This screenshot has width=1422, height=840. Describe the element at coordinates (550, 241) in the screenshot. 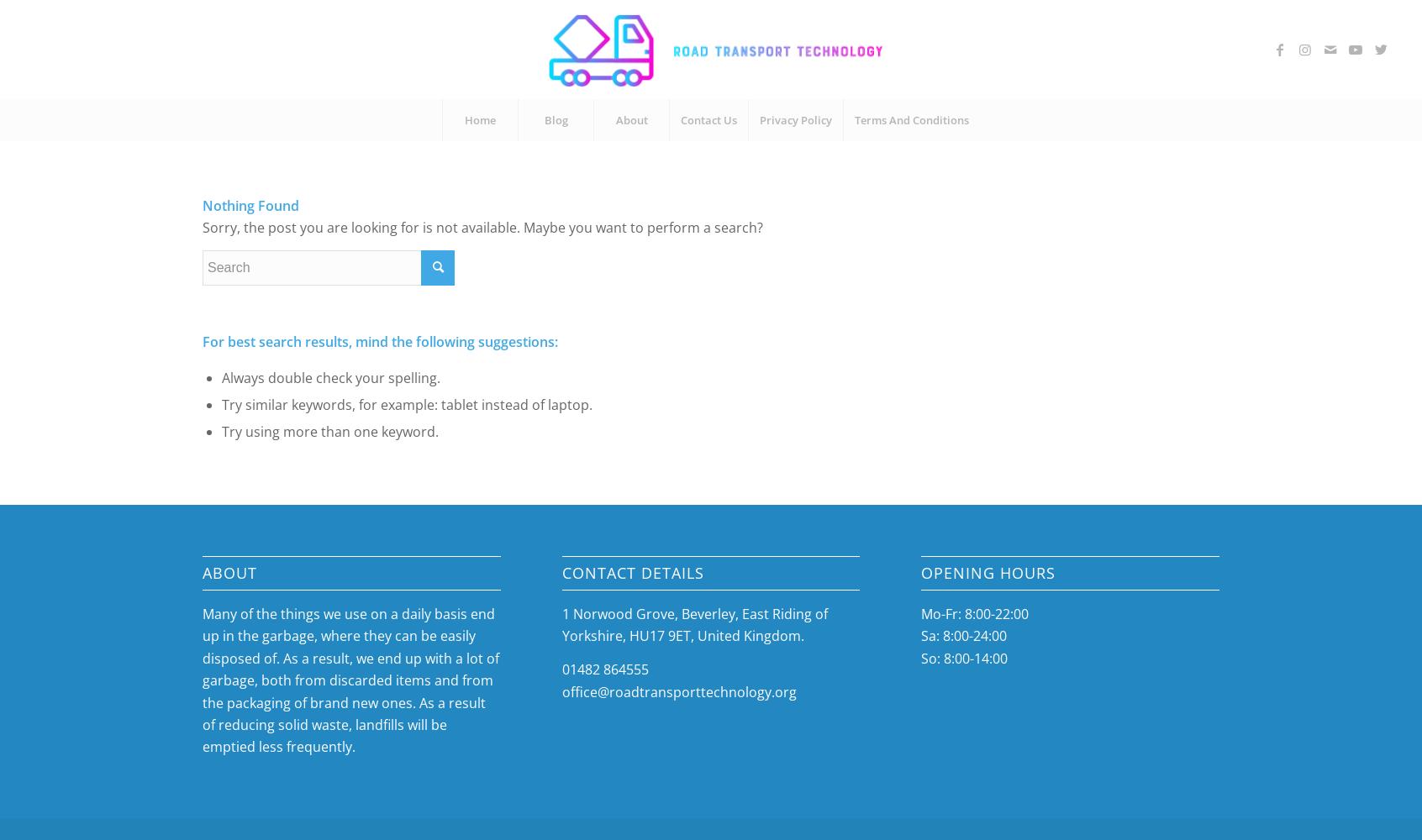

I see `'Landfills'` at that location.